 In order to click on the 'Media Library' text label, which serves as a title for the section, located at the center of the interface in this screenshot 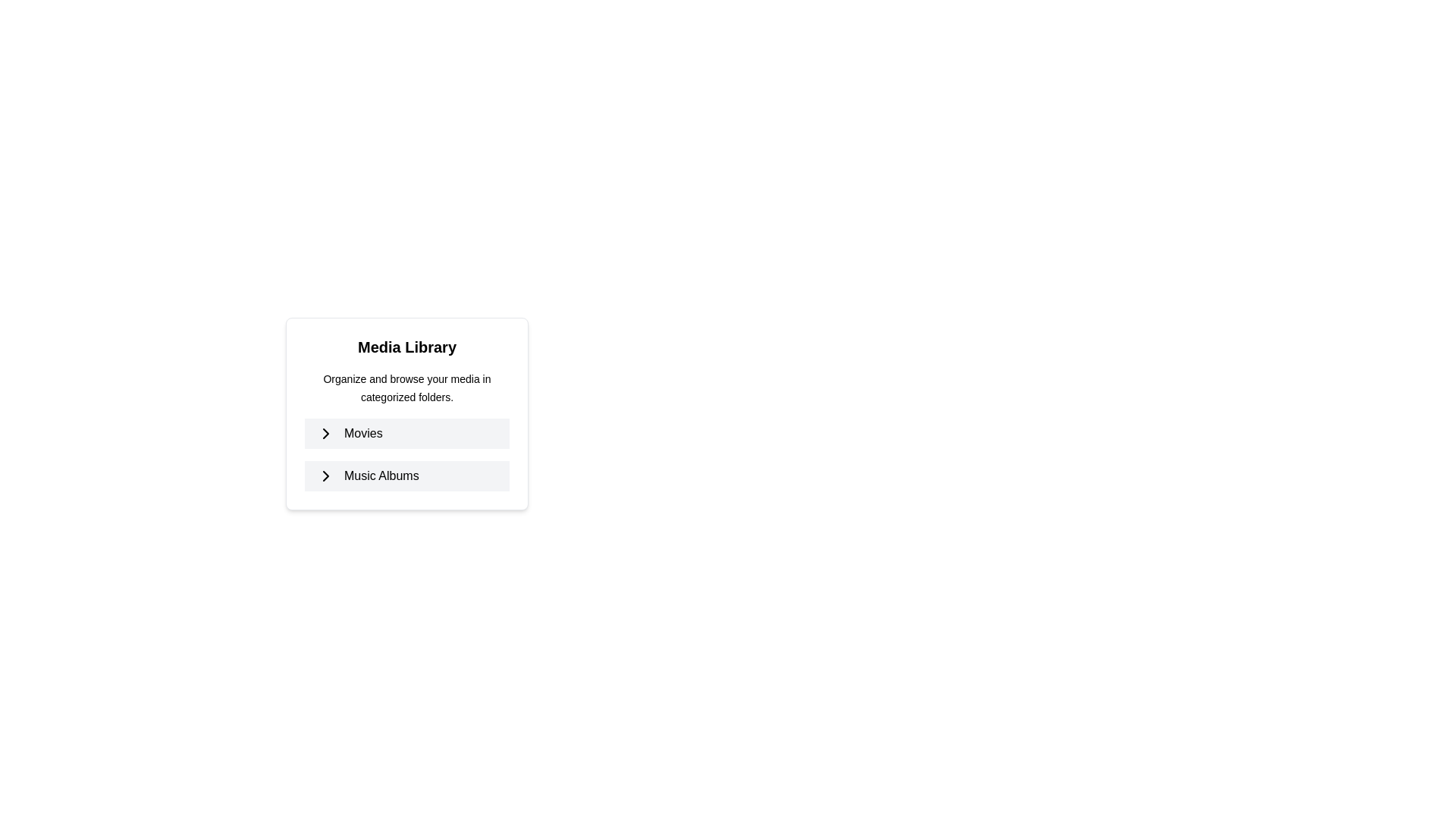, I will do `click(407, 347)`.